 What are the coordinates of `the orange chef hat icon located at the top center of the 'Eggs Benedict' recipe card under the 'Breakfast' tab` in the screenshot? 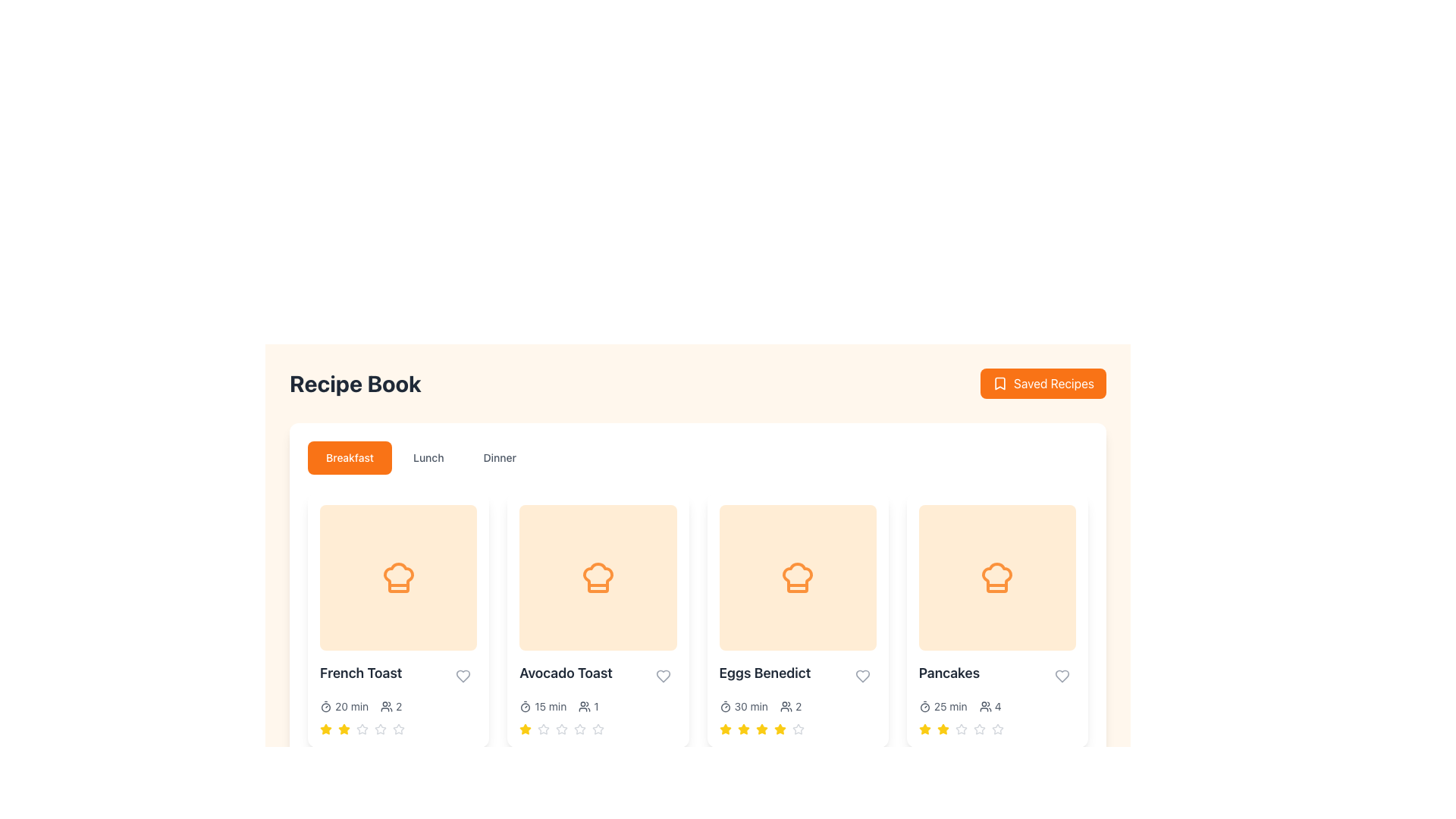 It's located at (797, 578).